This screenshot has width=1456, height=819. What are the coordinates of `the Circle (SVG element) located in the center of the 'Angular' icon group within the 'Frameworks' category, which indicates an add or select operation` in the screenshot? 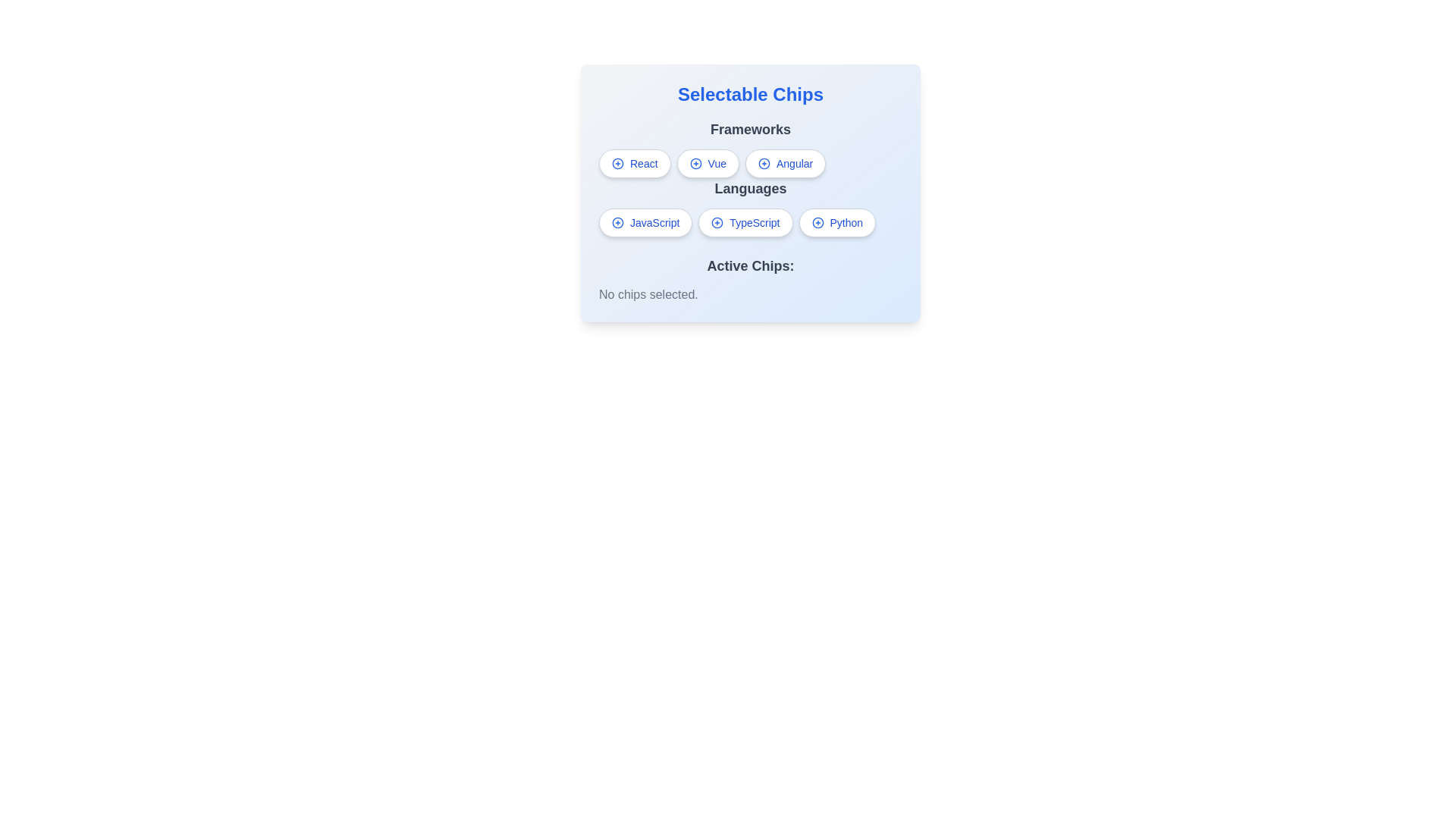 It's located at (764, 164).